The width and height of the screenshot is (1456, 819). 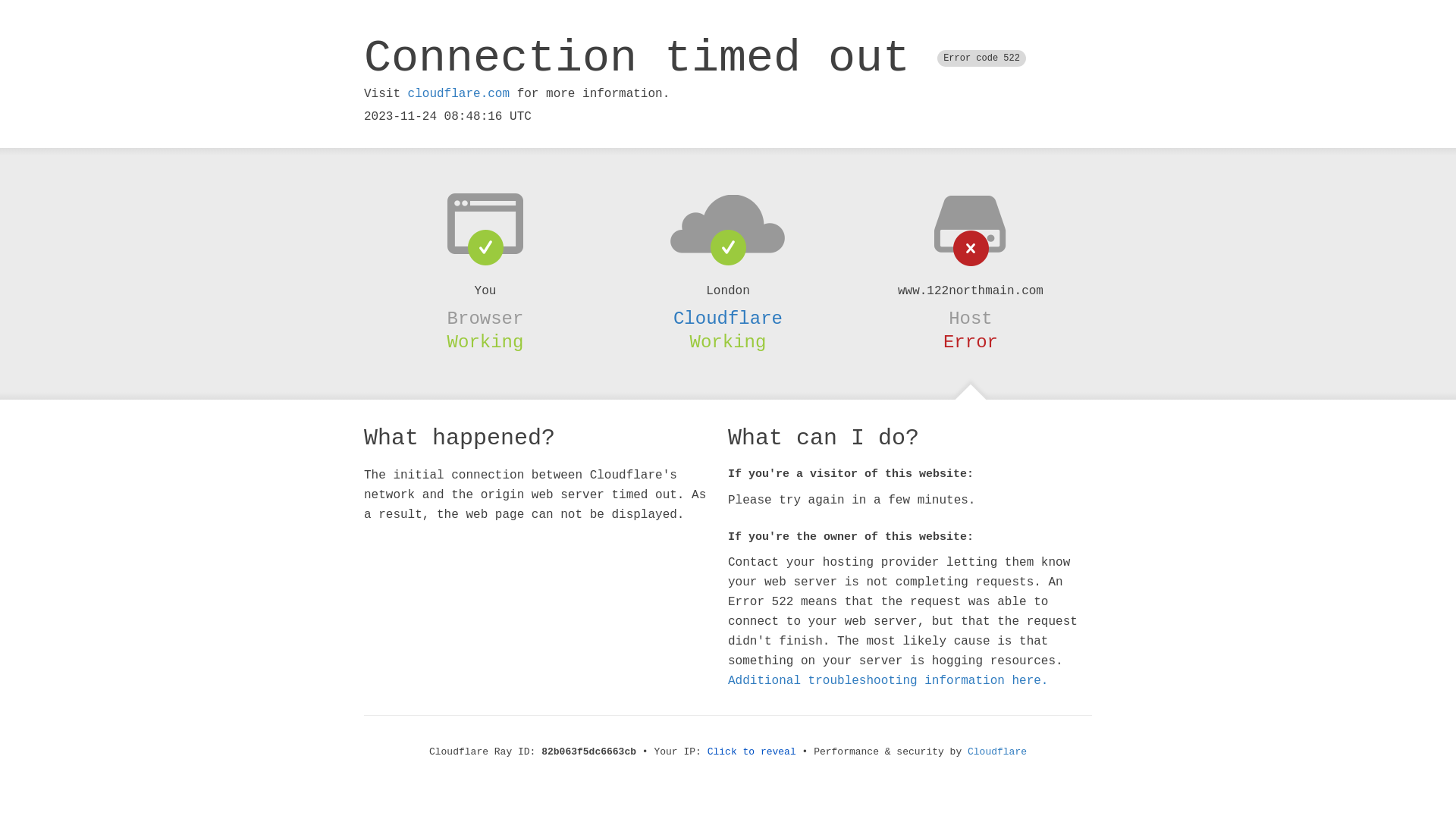 What do you see at coordinates (457, 93) in the screenshot?
I see `'cloudflare.com'` at bounding box center [457, 93].